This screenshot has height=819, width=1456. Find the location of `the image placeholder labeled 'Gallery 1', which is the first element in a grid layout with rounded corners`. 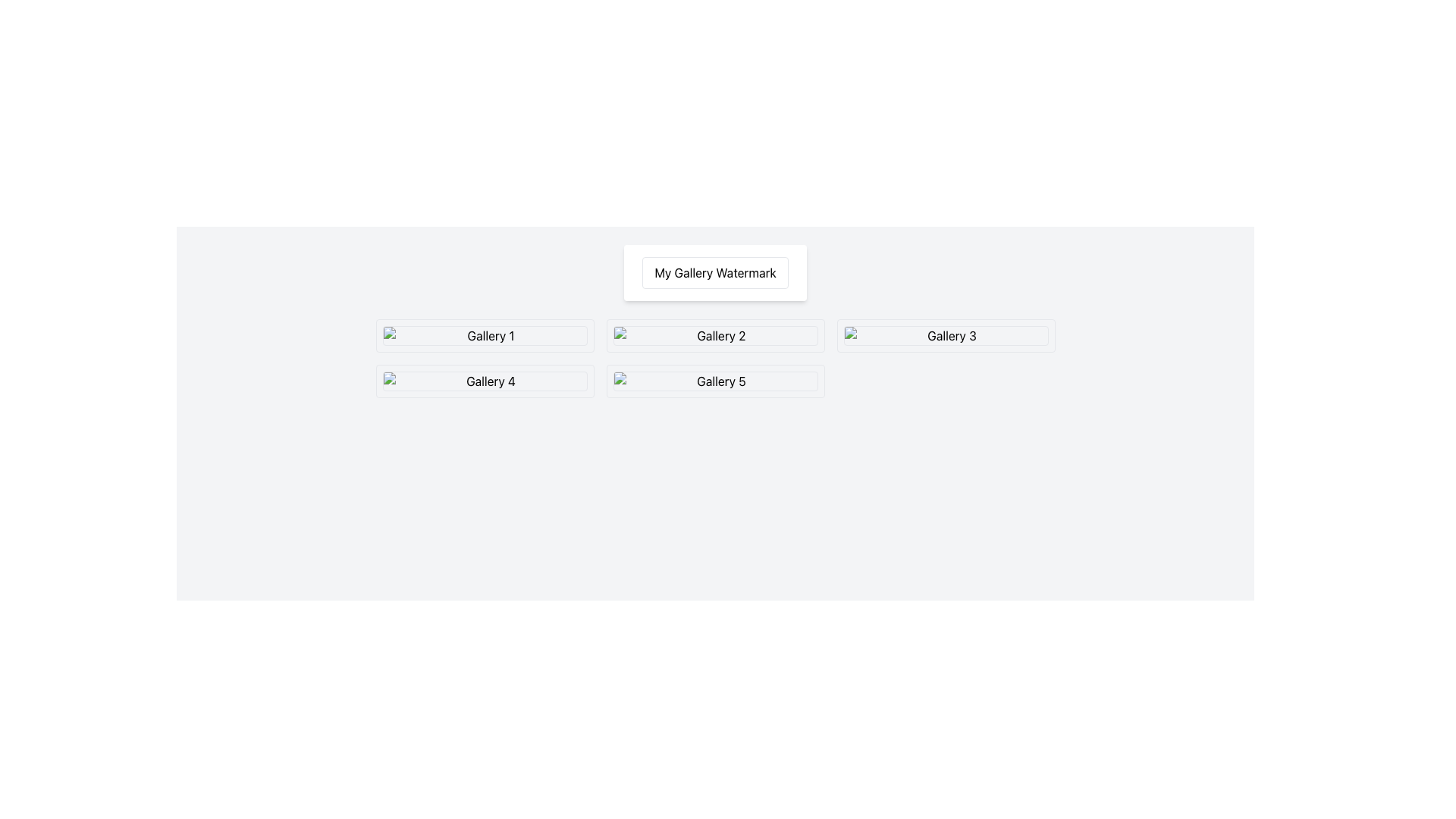

the image placeholder labeled 'Gallery 1', which is the first element in a grid layout with rounded corners is located at coordinates (484, 335).